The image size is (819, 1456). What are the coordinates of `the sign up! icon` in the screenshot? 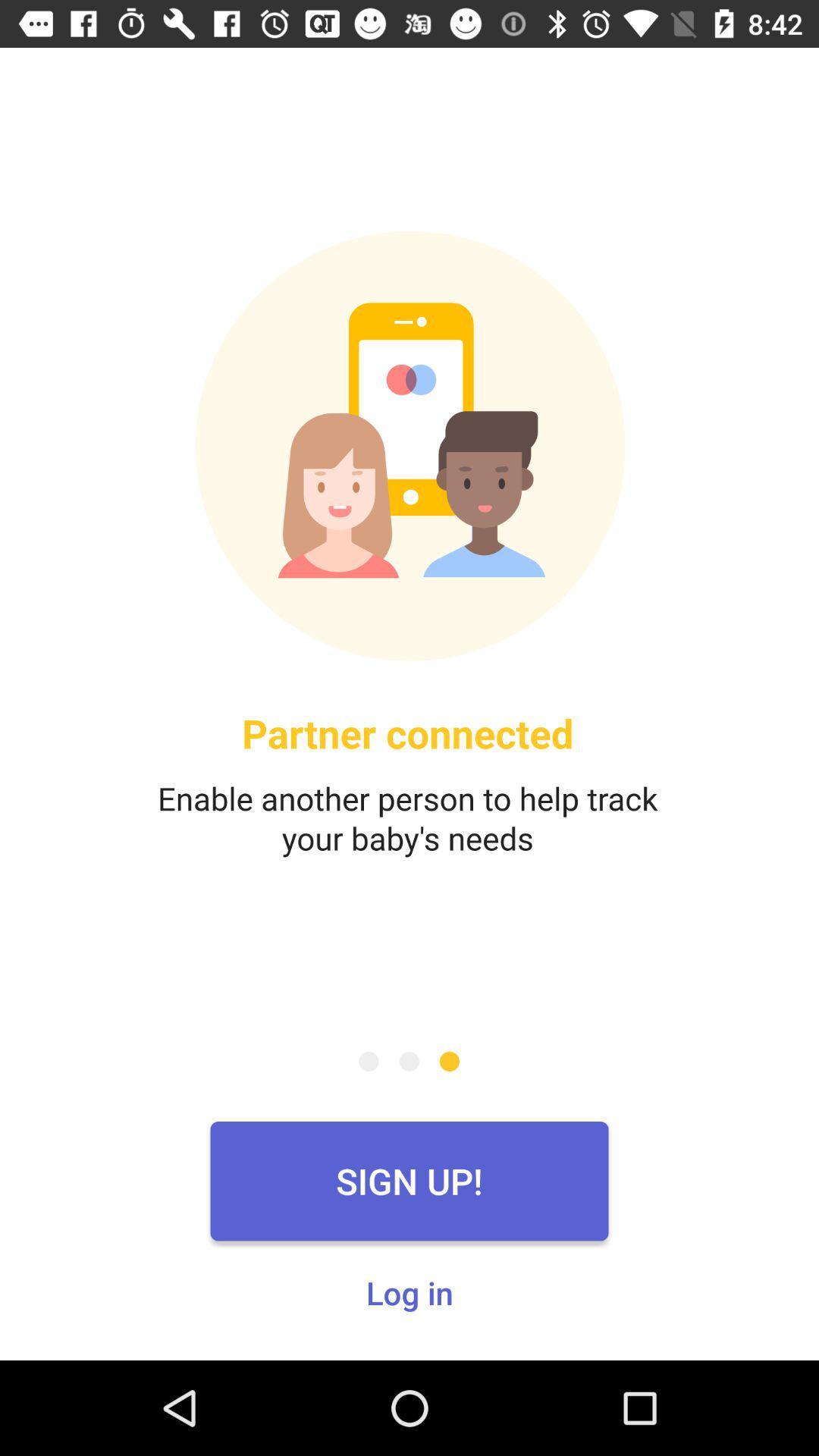 It's located at (409, 1180).